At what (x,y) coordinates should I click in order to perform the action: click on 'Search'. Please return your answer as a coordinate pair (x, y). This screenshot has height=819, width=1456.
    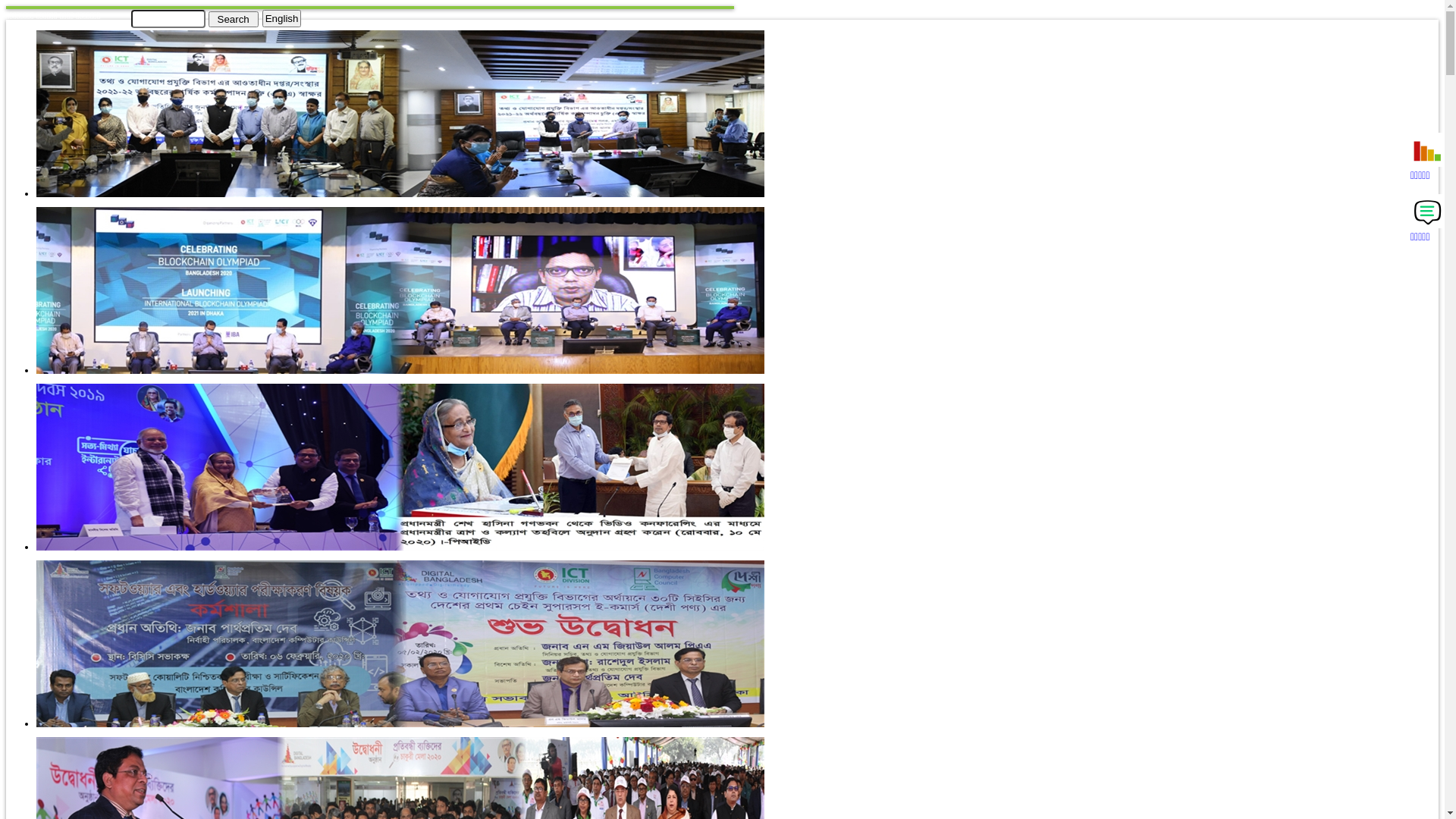
    Looking at the image, I should click on (232, 18).